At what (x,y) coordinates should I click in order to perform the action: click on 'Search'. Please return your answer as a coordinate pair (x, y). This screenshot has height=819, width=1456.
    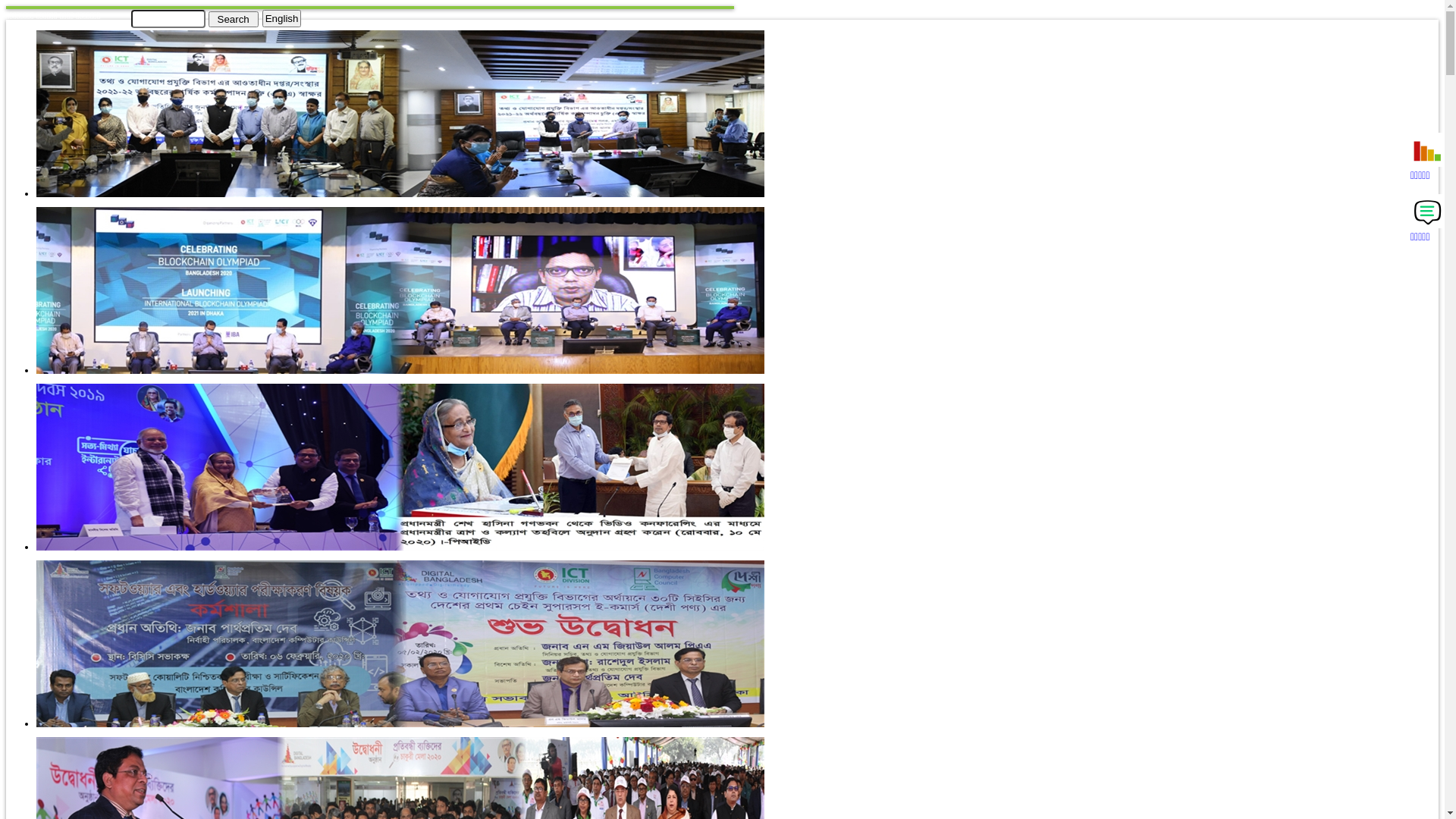
    Looking at the image, I should click on (232, 18).